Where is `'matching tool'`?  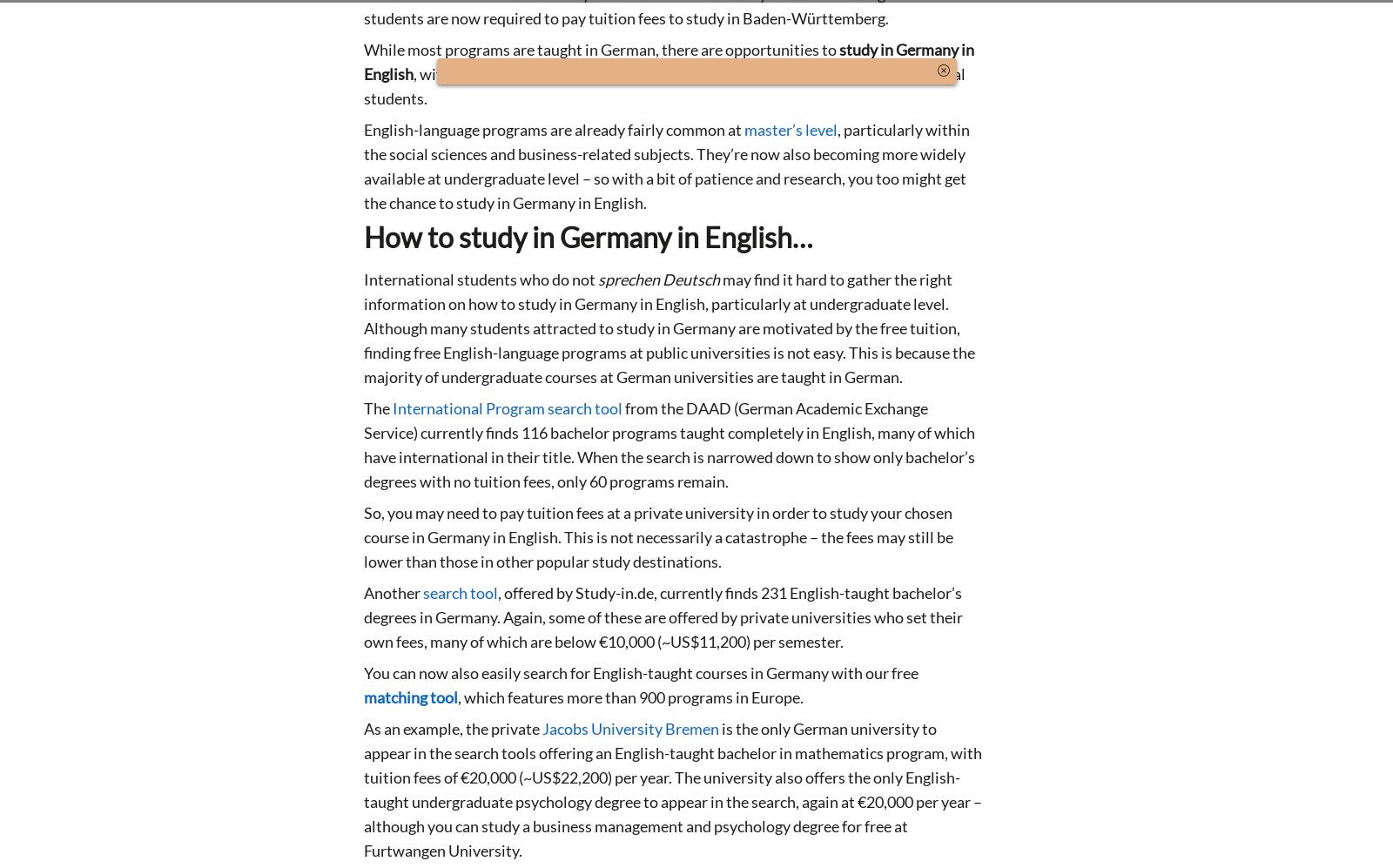
'matching tool' is located at coordinates (410, 696).